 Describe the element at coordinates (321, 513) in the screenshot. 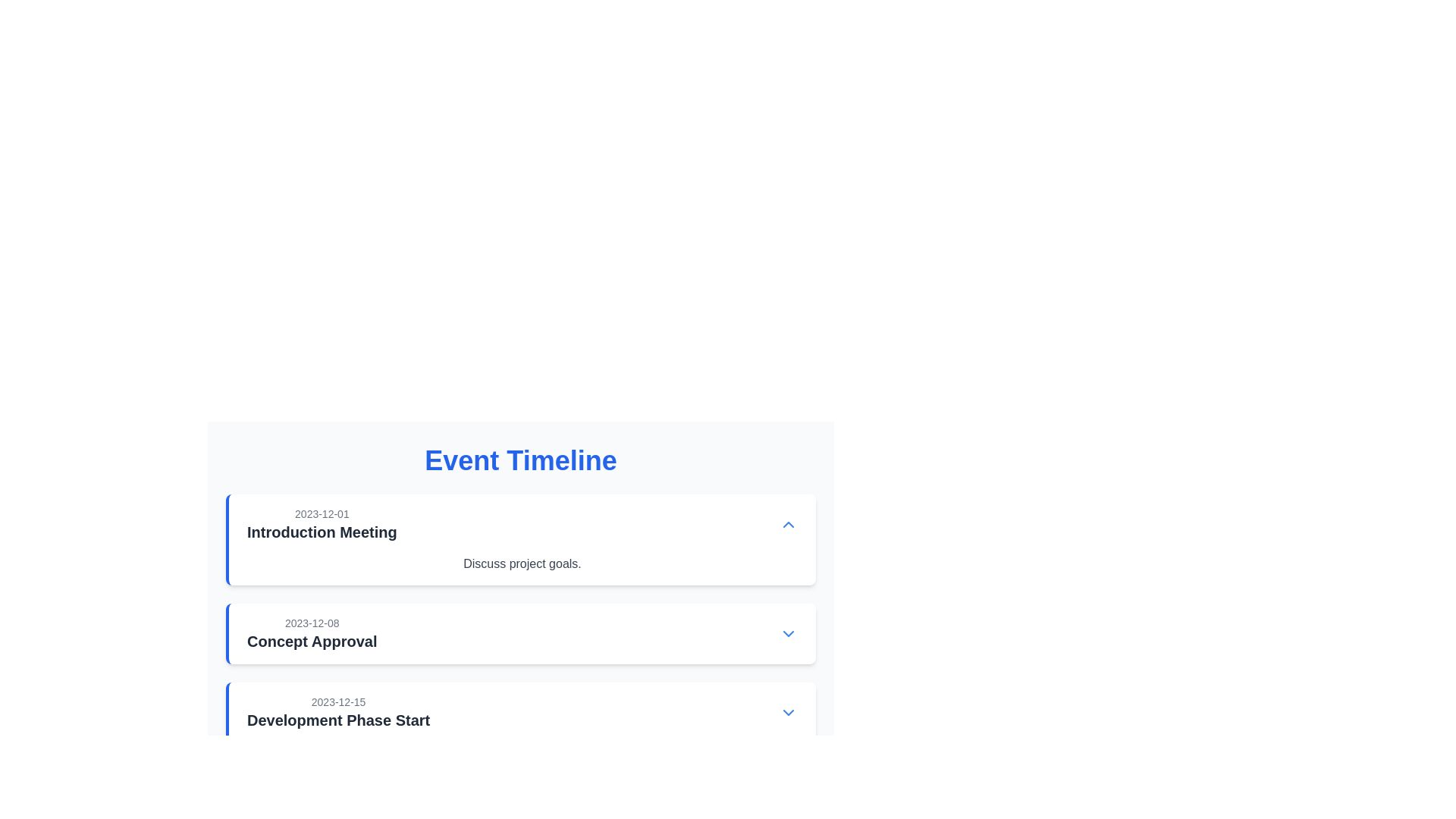

I see `the Text Label displaying '2023-12-01', which is positioned above the 'Introduction Meeting' title within the 'Event Timeline' section` at that location.